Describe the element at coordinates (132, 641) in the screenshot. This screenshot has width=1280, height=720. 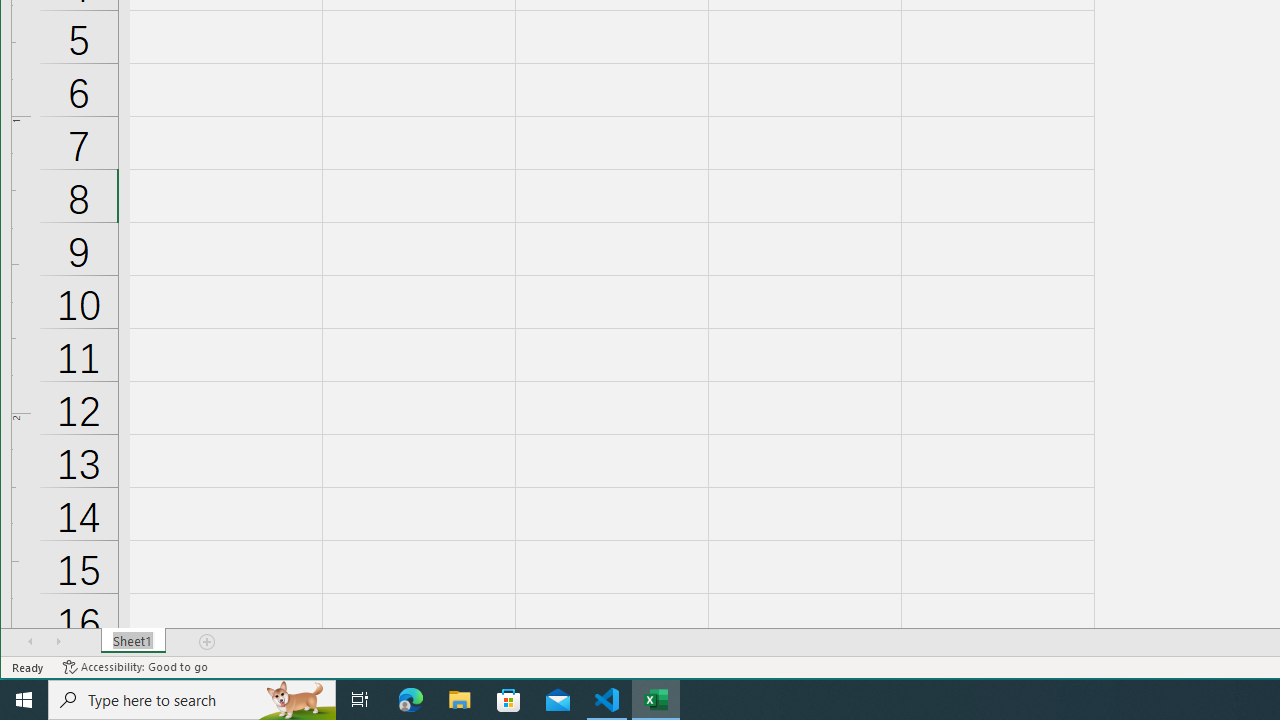
I see `'Sheet Tab'` at that location.